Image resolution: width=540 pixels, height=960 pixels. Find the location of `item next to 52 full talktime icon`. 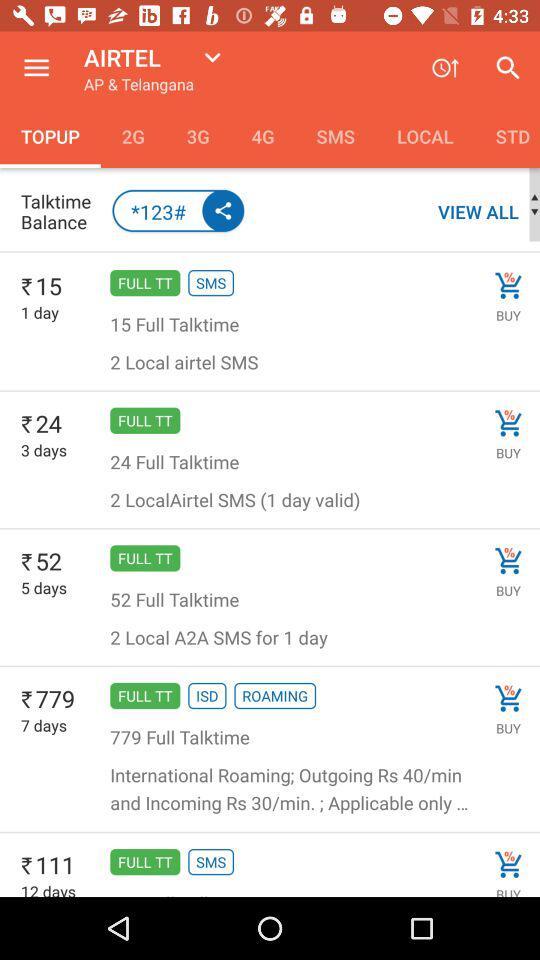

item next to 52 full talktime icon is located at coordinates (508, 561).